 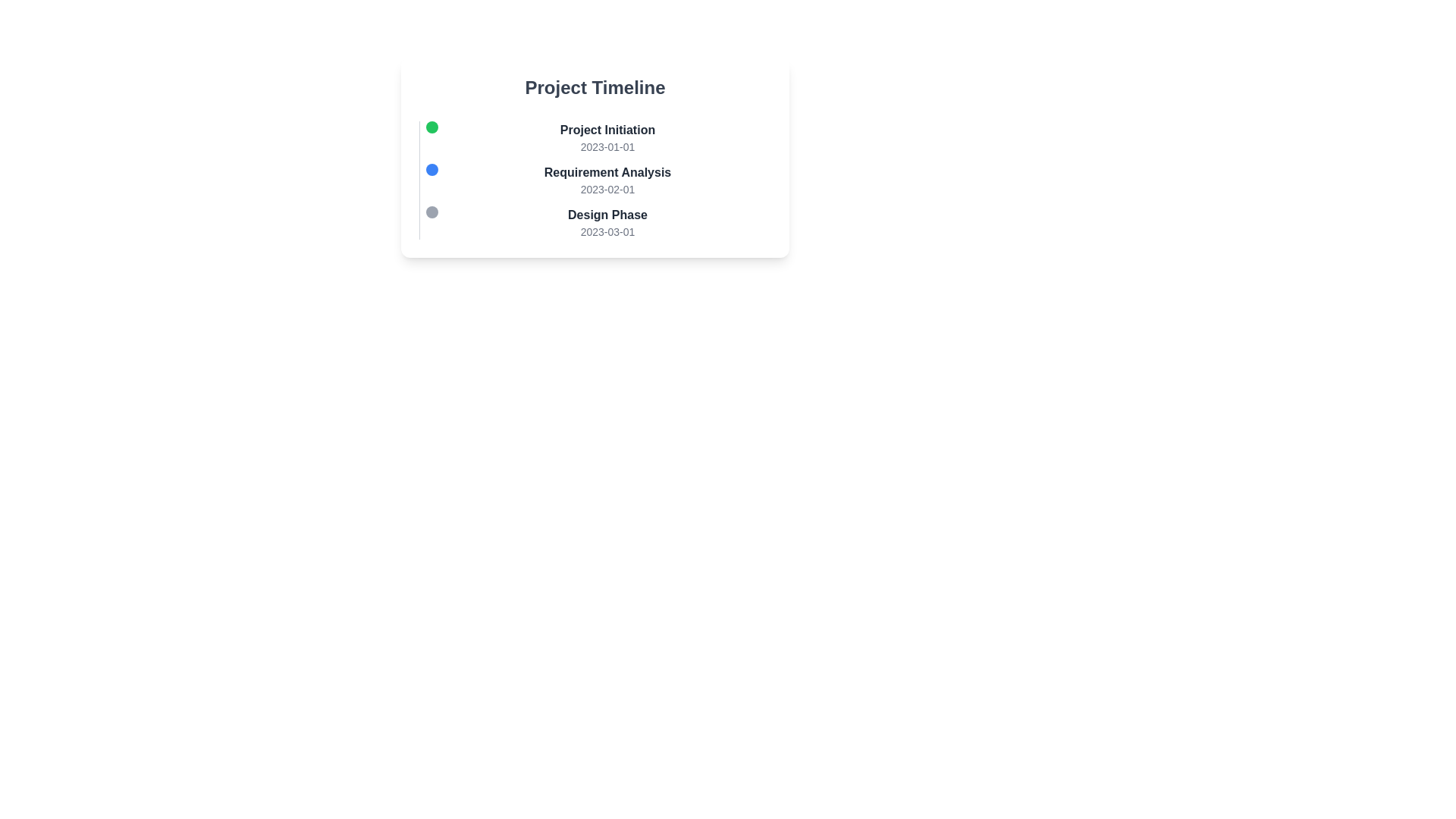 I want to click on the small circular gray marker located to the left of the 'Design Phase' label and the date '2023-03-01', so click(x=431, y=212).